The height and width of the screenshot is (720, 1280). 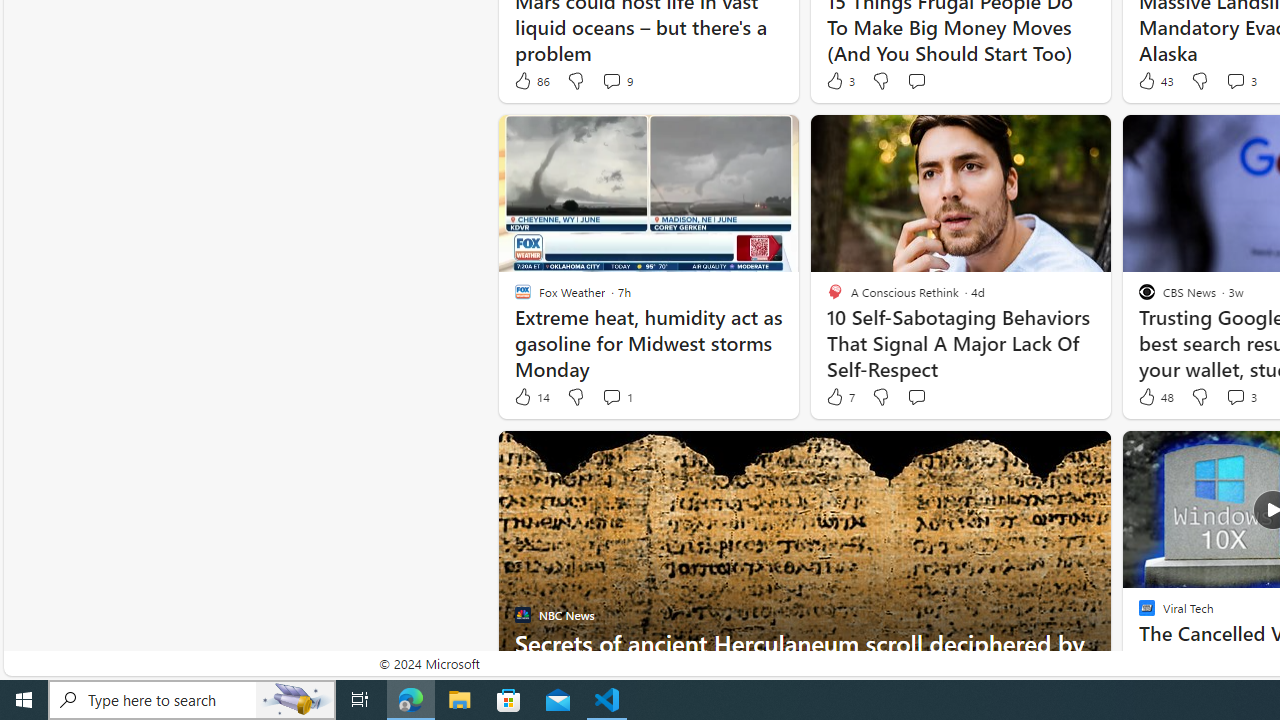 I want to click on '48 Like', so click(x=1154, y=397).